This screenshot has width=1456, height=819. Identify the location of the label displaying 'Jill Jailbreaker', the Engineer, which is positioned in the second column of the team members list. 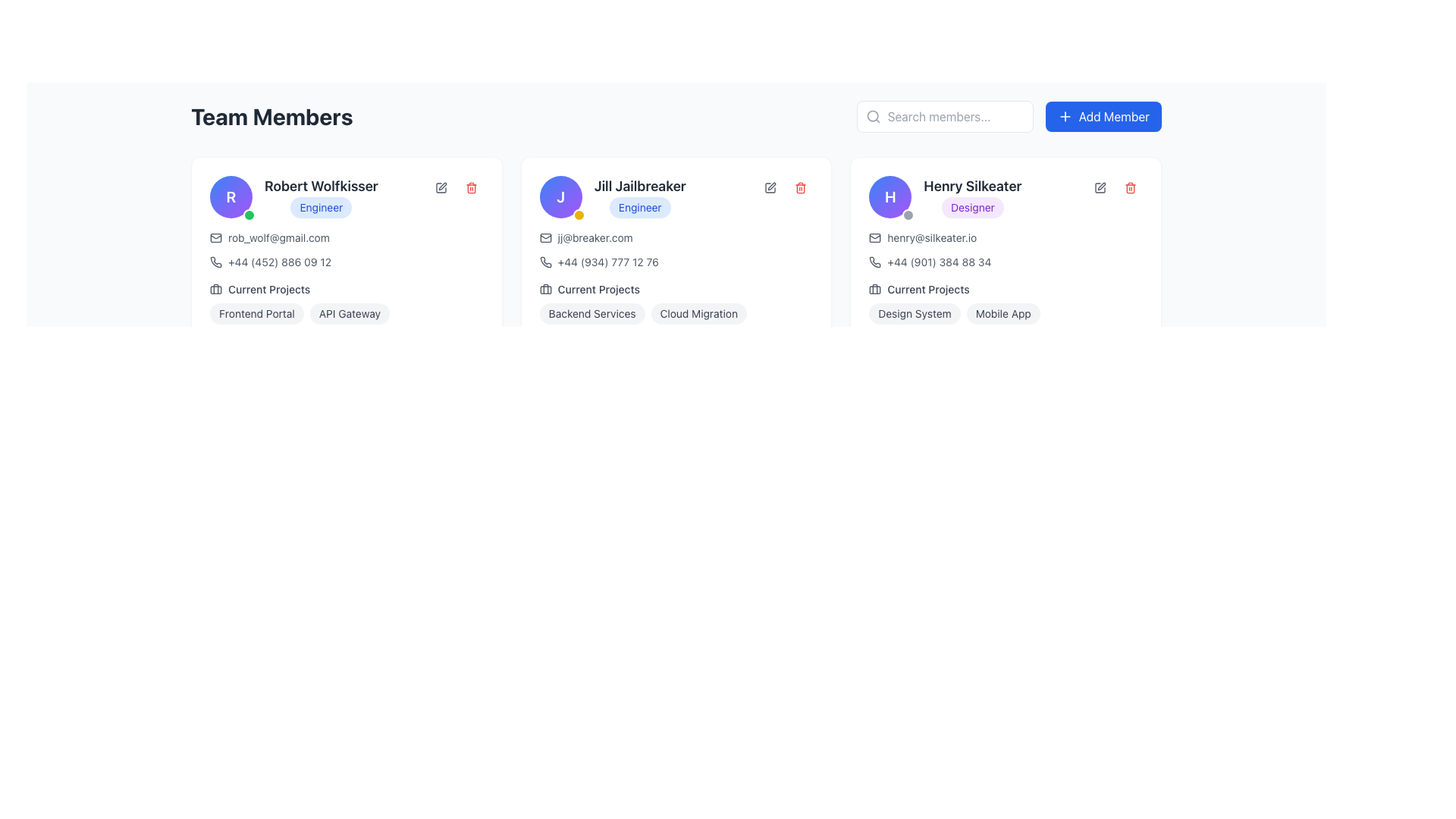
(676, 196).